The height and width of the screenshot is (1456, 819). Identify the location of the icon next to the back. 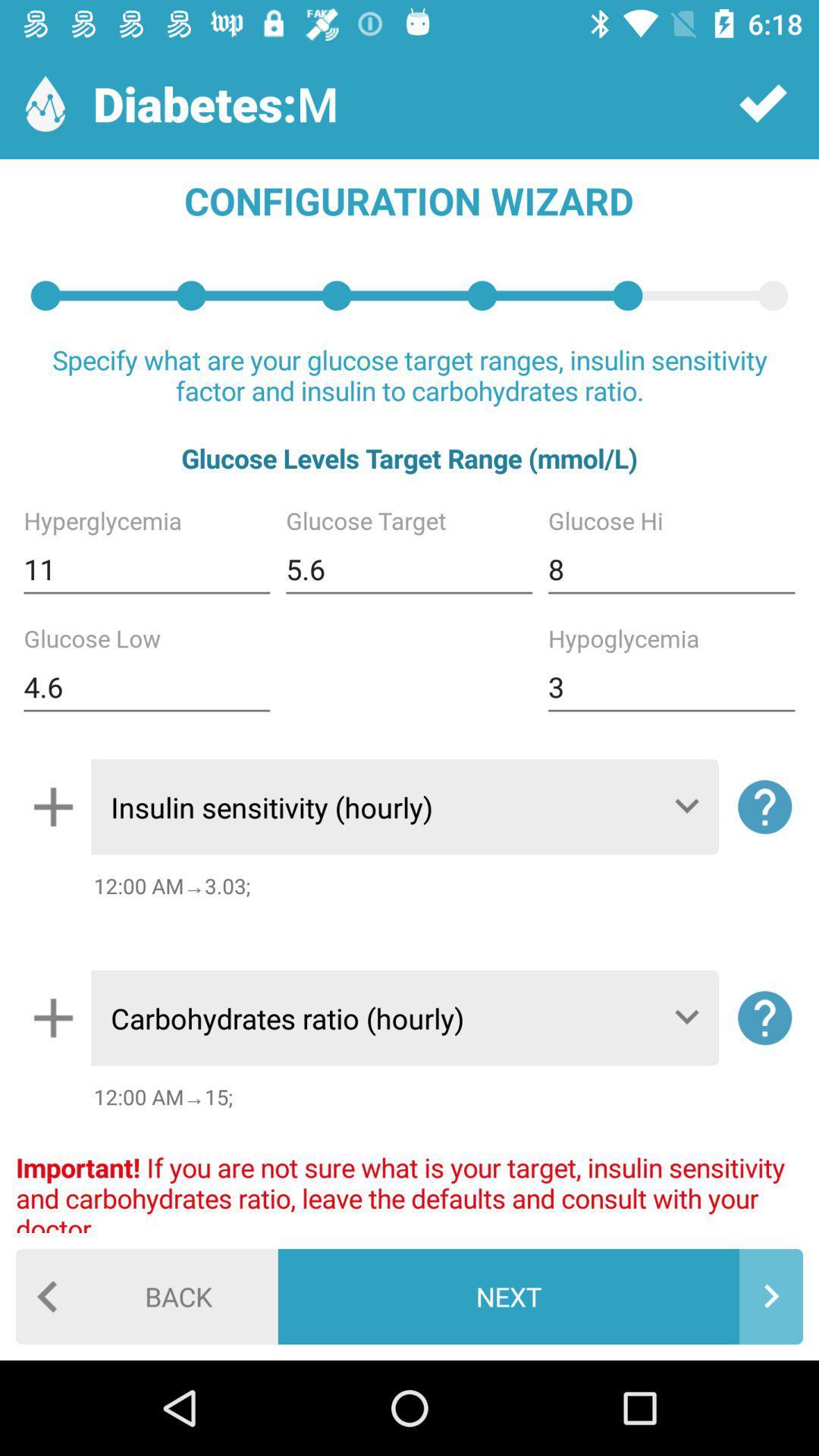
(539, 1295).